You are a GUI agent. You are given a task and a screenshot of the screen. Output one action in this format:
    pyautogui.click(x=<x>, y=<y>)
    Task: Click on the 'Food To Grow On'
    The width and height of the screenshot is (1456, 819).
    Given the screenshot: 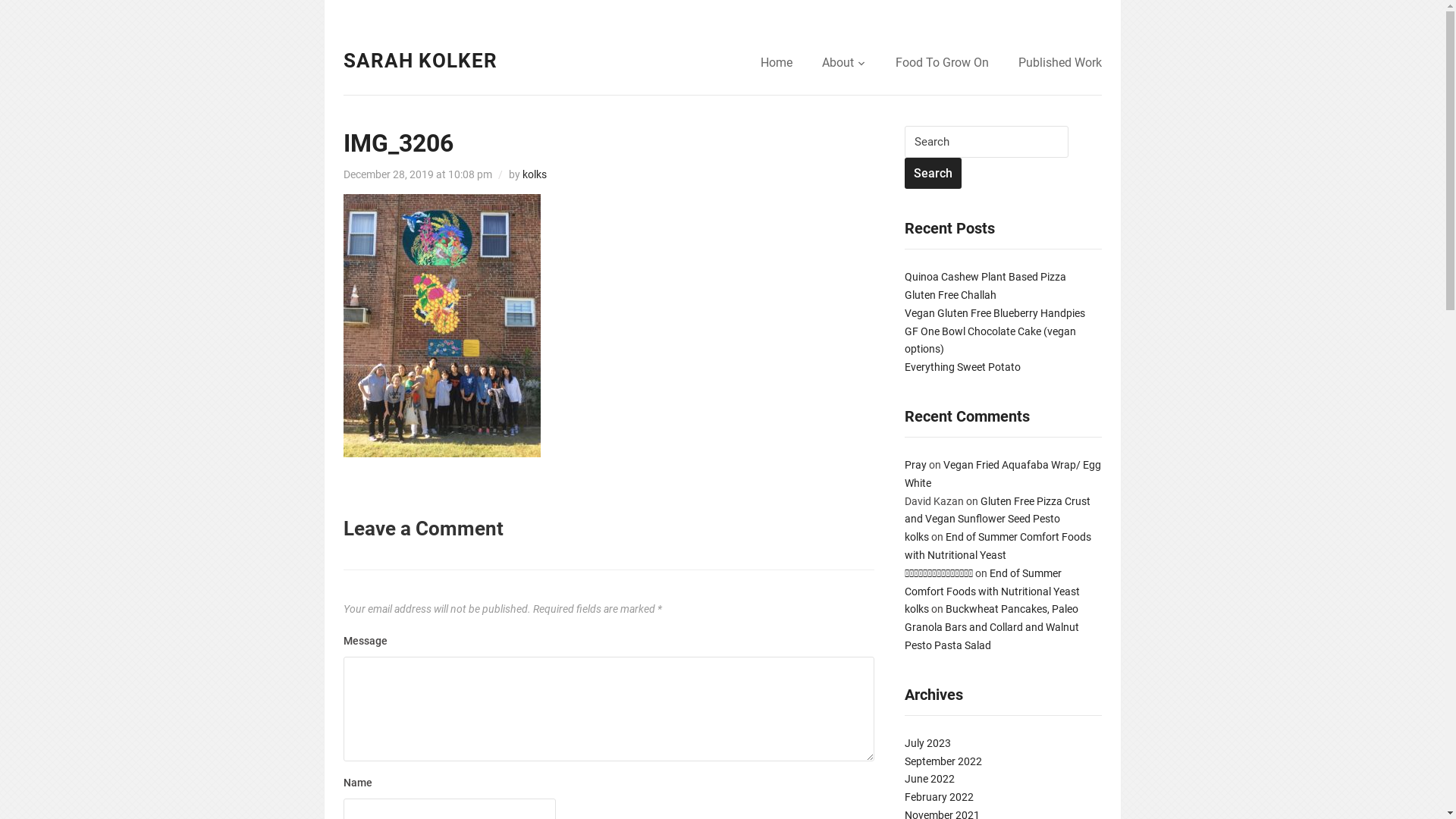 What is the action you would take?
    pyautogui.click(x=940, y=63)
    